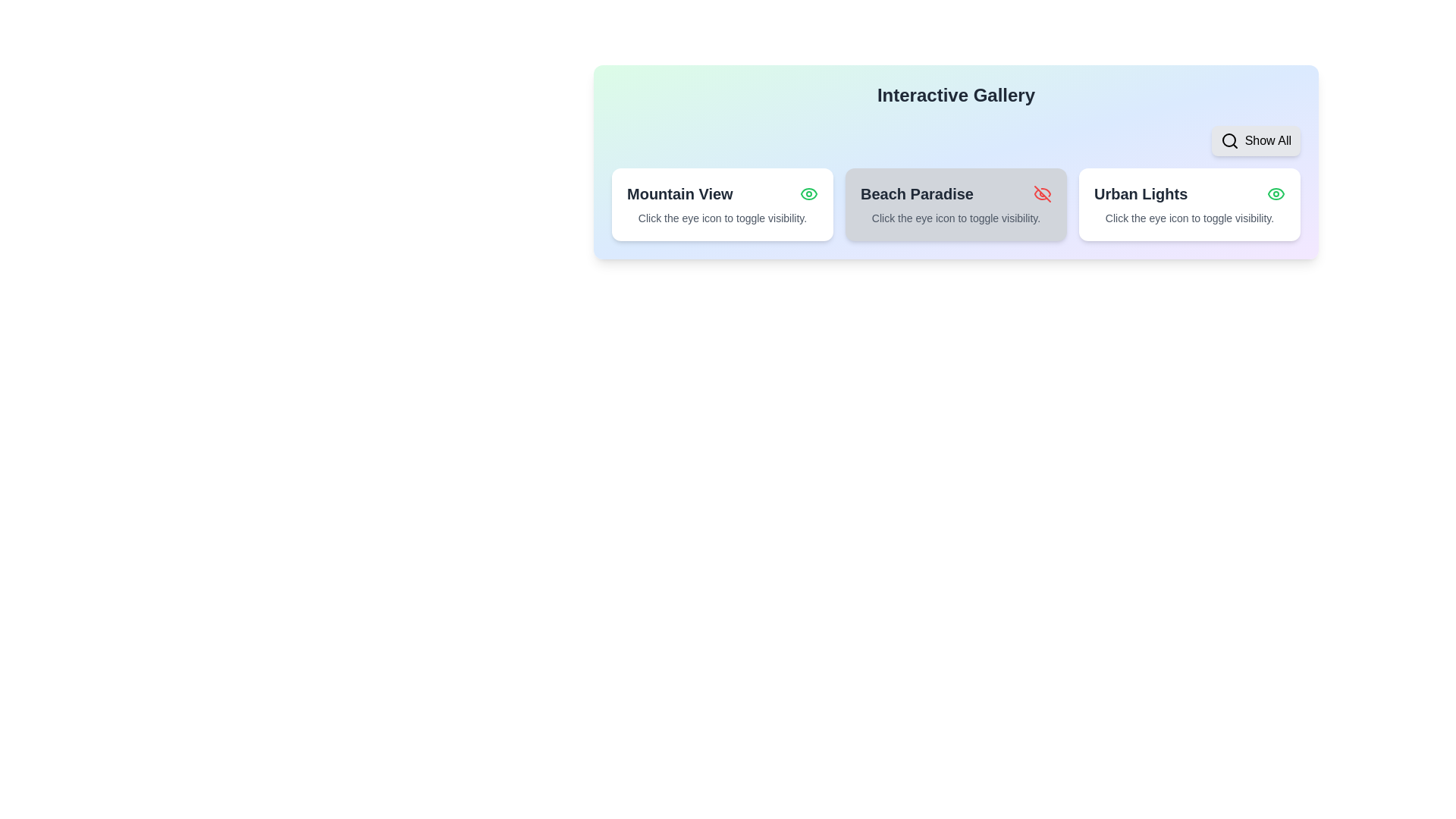 The width and height of the screenshot is (1456, 819). I want to click on the item card titled 'Mountain View', so click(722, 205).